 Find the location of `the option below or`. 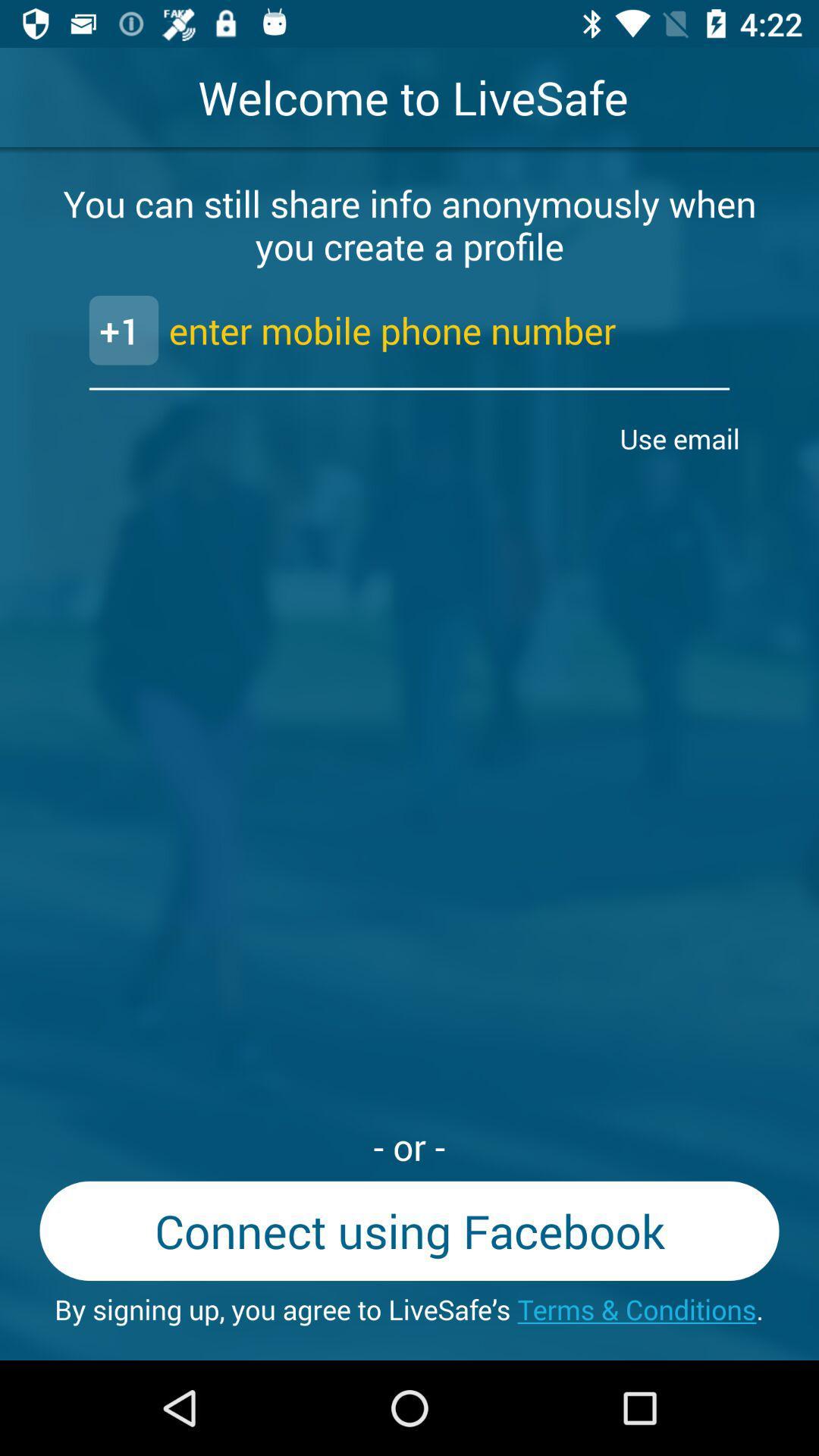

the option below or is located at coordinates (409, 1231).